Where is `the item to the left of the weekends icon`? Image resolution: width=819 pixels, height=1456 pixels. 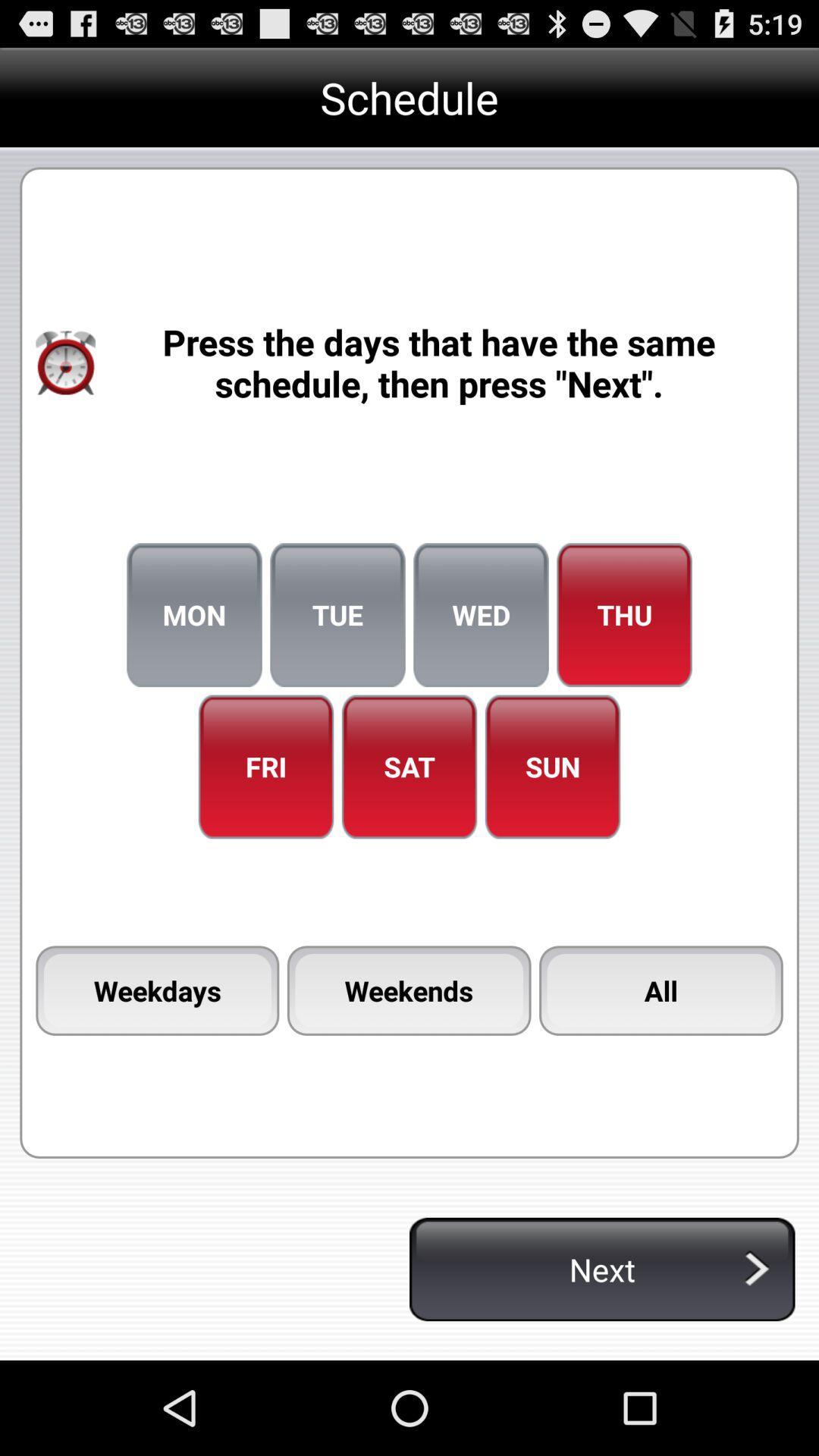 the item to the left of the weekends icon is located at coordinates (157, 990).